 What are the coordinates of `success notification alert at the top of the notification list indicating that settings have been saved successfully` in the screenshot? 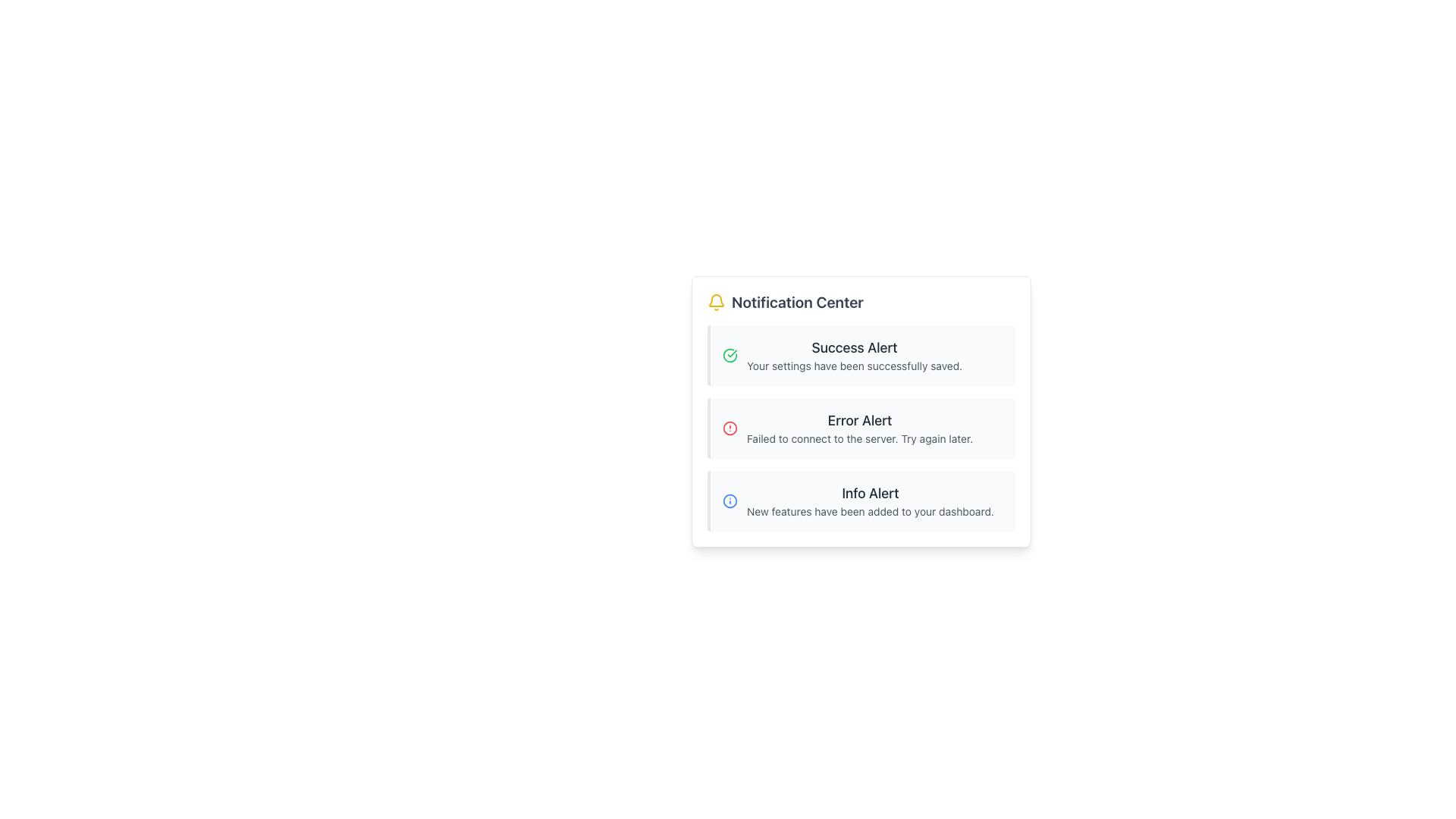 It's located at (861, 356).